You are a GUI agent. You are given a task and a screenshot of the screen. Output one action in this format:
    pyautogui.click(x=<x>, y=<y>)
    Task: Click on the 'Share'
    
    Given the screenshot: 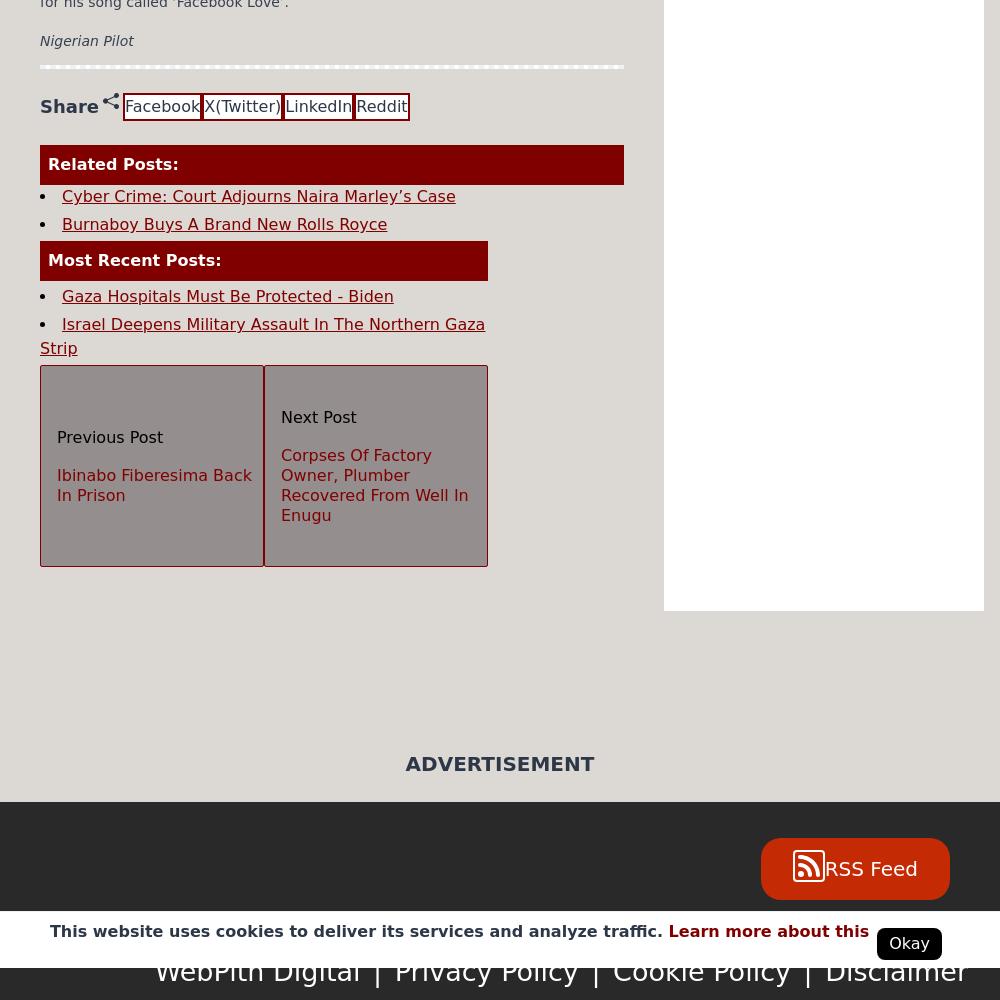 What is the action you would take?
    pyautogui.click(x=68, y=105)
    